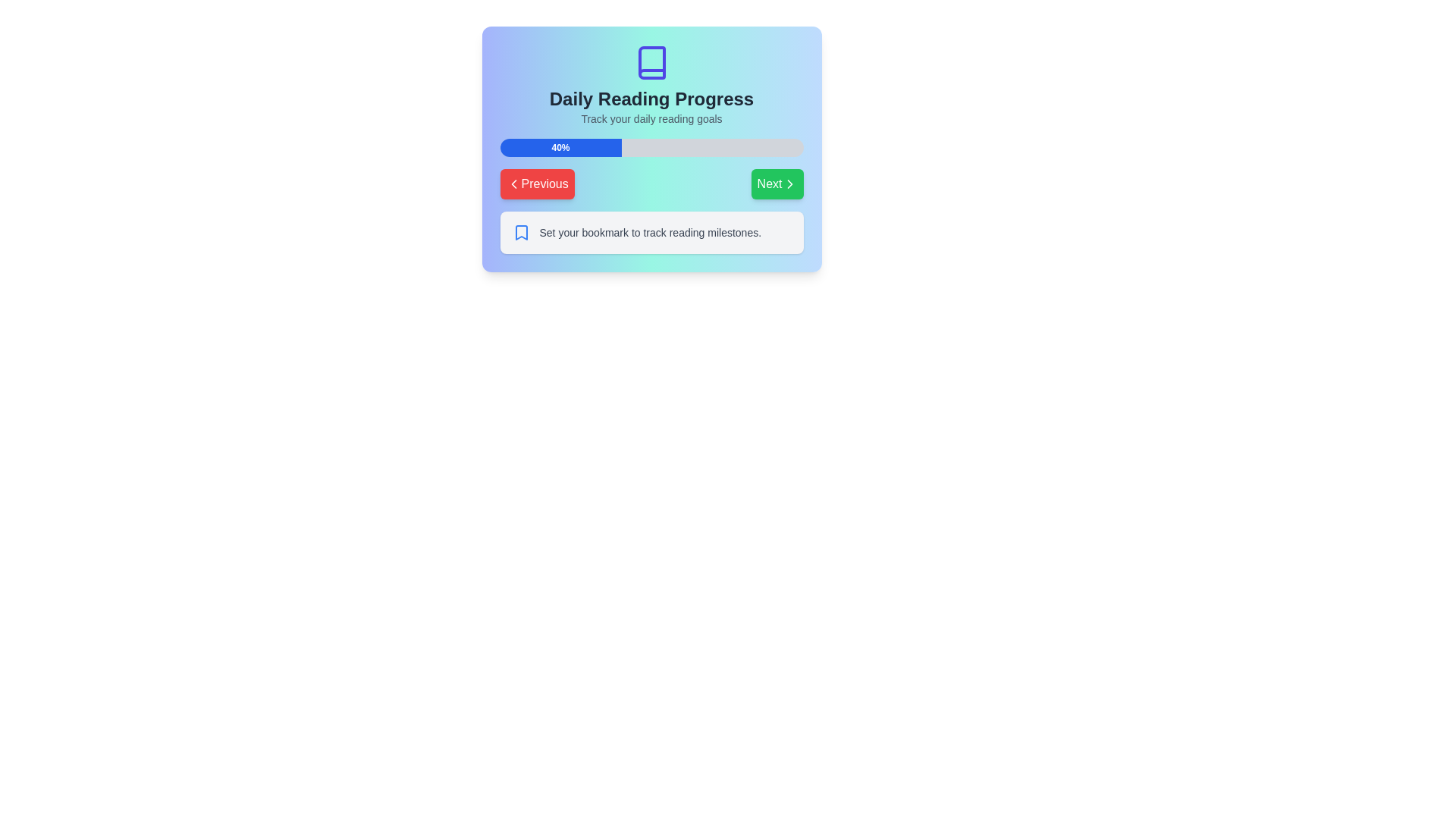 The height and width of the screenshot is (819, 1456). I want to click on the progress value displayed on the Progress Bar within the 'Daily Reading Progress' card, which shows 40% completion, so click(651, 148).